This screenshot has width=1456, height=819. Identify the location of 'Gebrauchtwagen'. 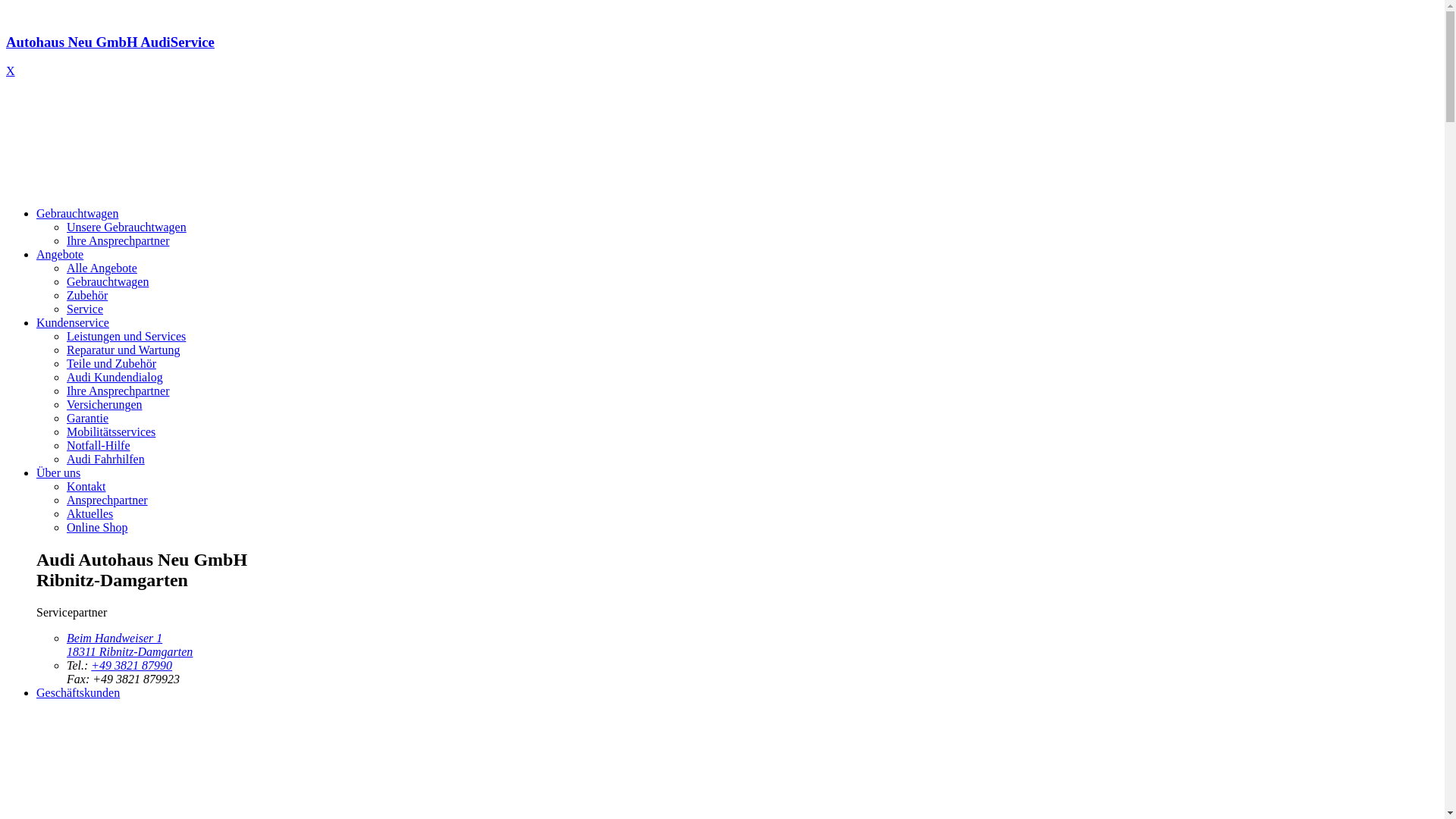
(36, 213).